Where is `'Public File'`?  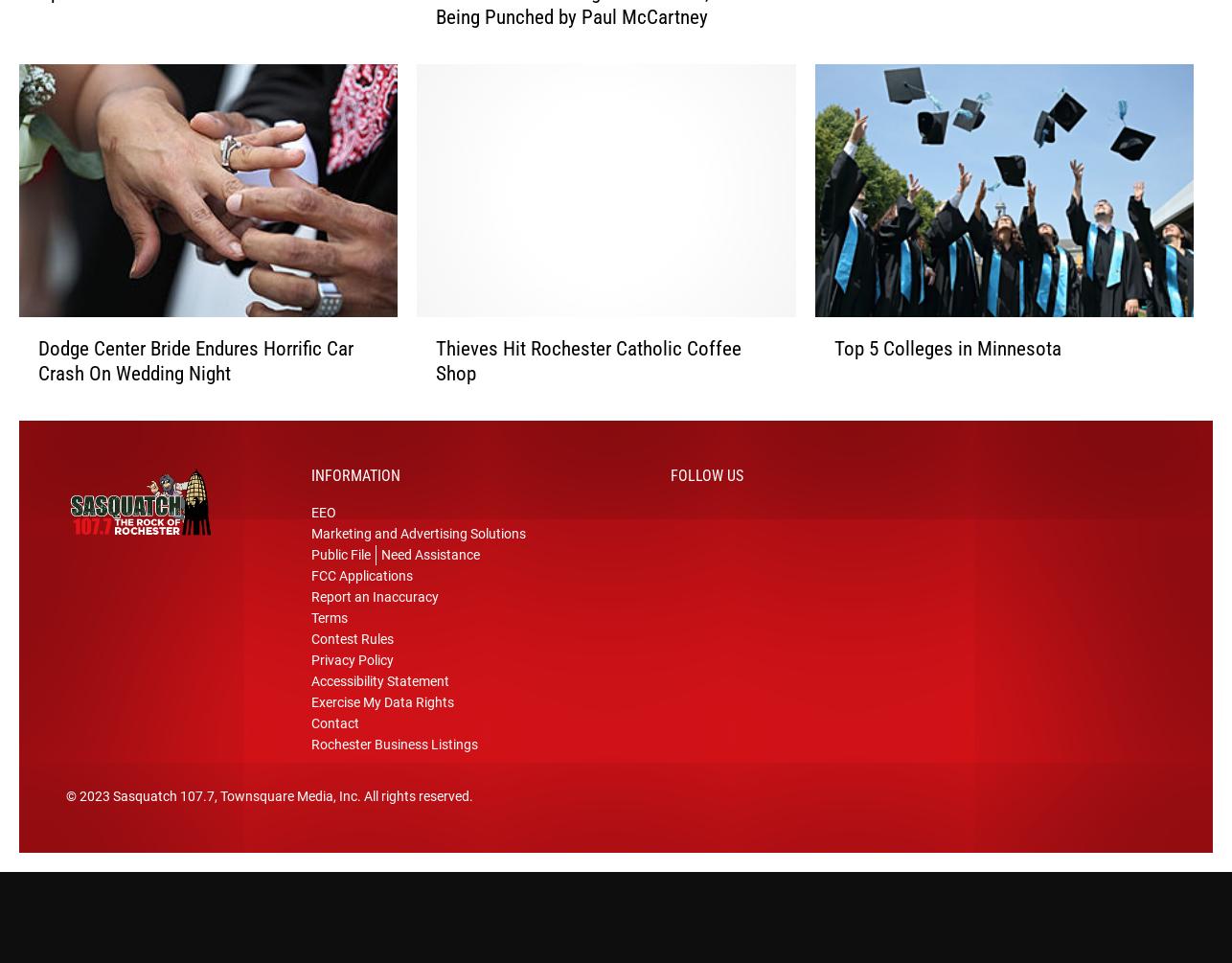
'Public File' is located at coordinates (309, 562).